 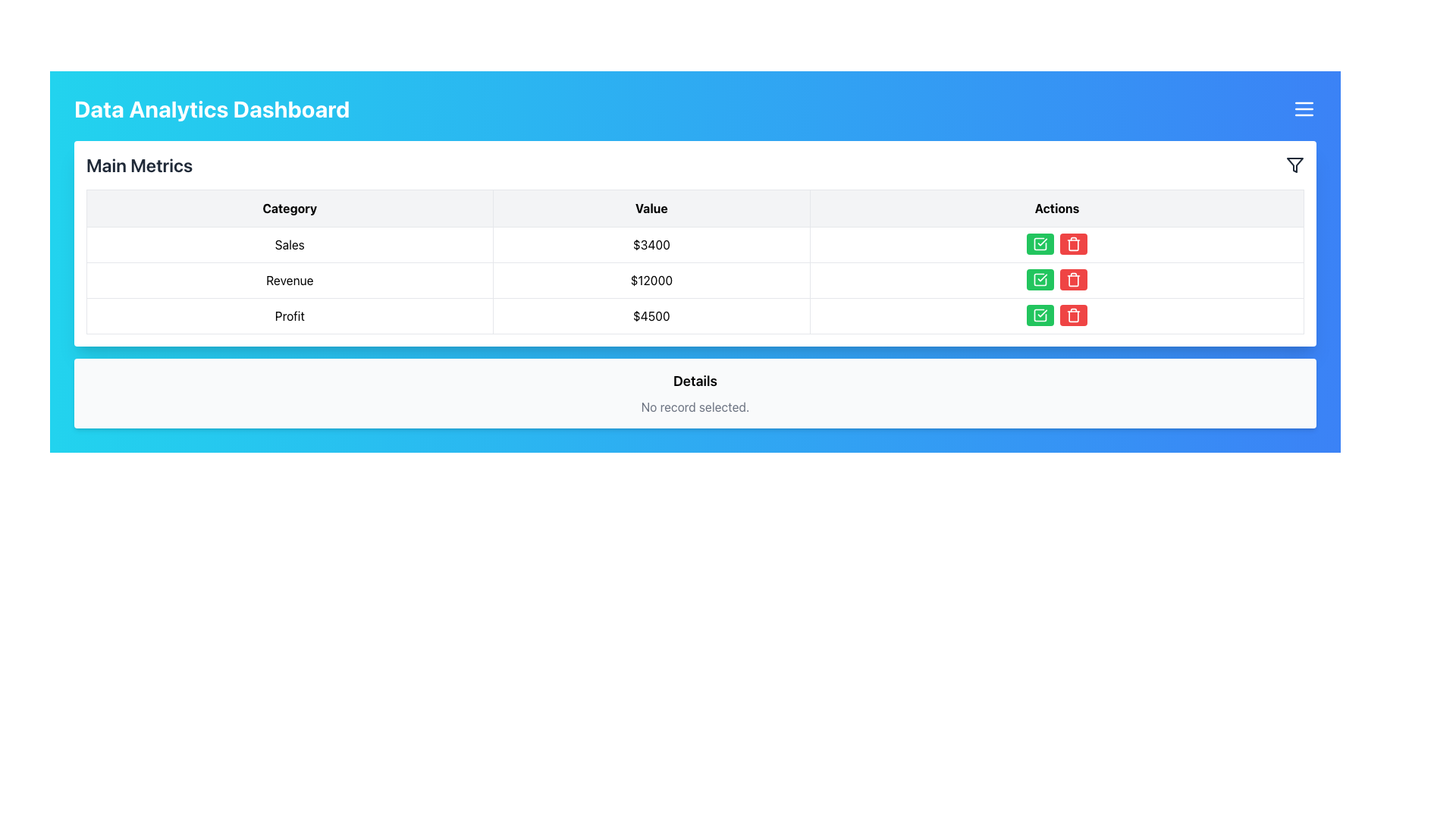 What do you see at coordinates (1040, 280) in the screenshot?
I see `the Vector graphic checkmark icon inside the green 'Validate' button in the 'Actions' column of the data table` at bounding box center [1040, 280].